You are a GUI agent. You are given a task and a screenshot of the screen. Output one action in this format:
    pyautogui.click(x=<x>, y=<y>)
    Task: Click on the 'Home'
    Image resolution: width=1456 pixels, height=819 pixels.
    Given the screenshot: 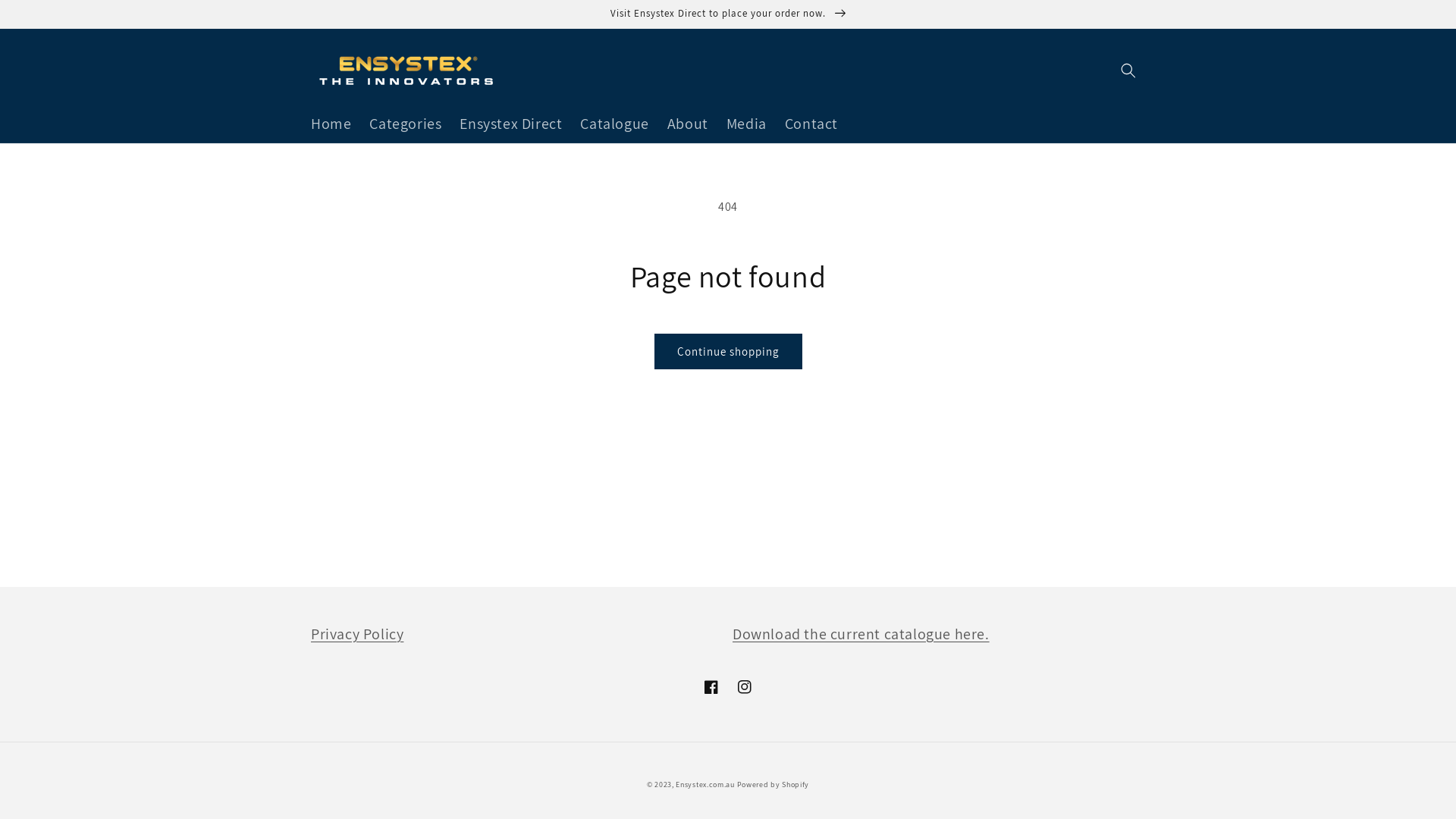 What is the action you would take?
    pyautogui.click(x=302, y=122)
    